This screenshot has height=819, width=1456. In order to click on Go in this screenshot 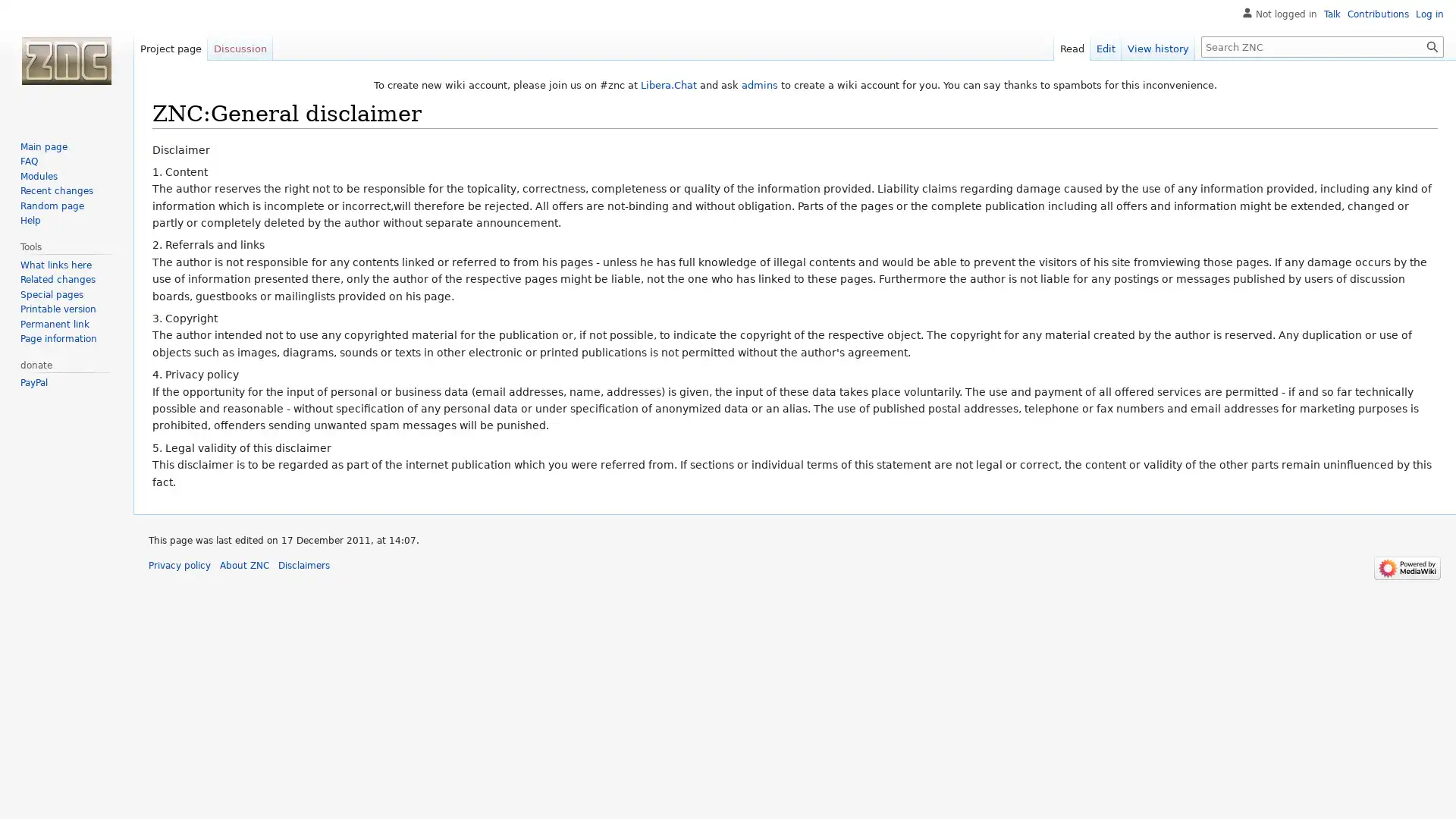, I will do `click(1432, 45)`.